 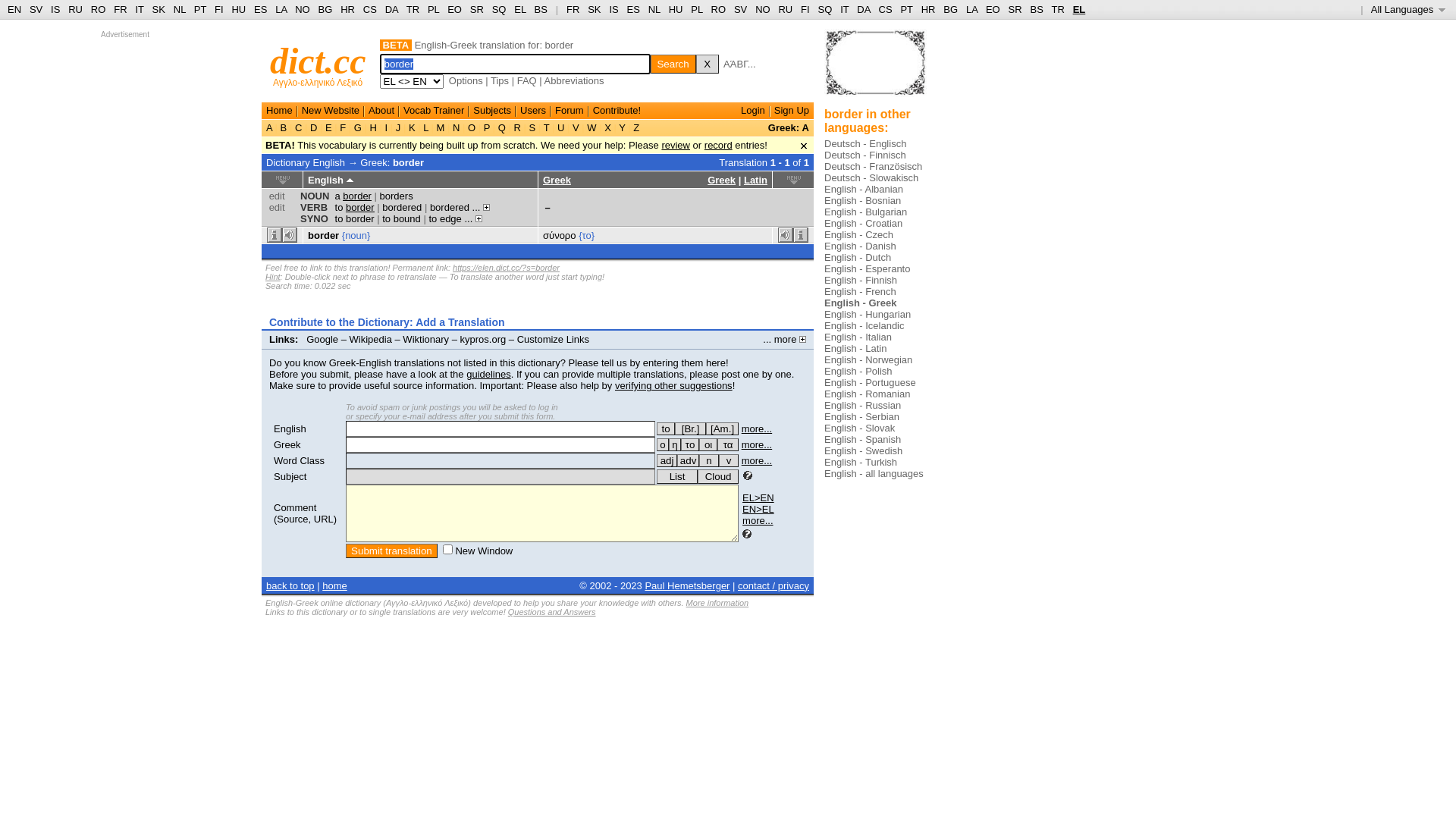 What do you see at coordinates (290, 428) in the screenshot?
I see `'English'` at bounding box center [290, 428].